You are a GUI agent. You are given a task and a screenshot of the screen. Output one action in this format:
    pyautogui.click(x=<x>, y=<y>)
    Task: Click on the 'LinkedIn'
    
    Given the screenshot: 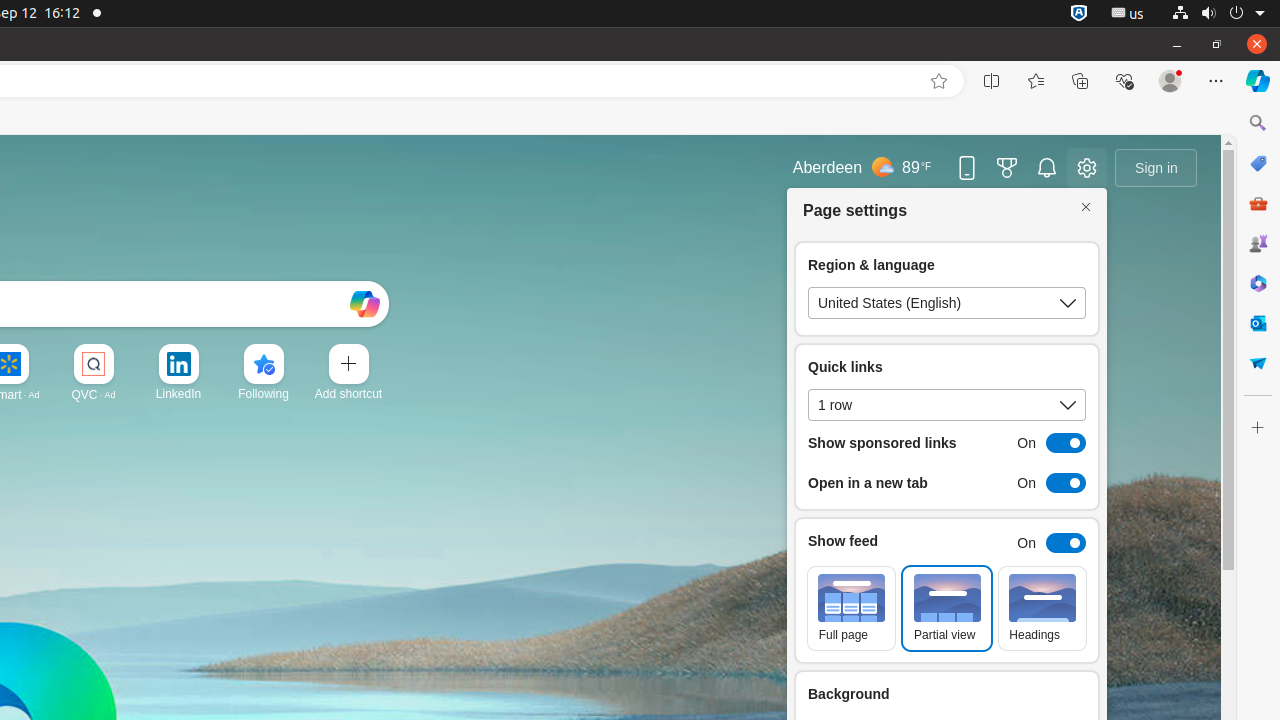 What is the action you would take?
    pyautogui.click(x=178, y=393)
    